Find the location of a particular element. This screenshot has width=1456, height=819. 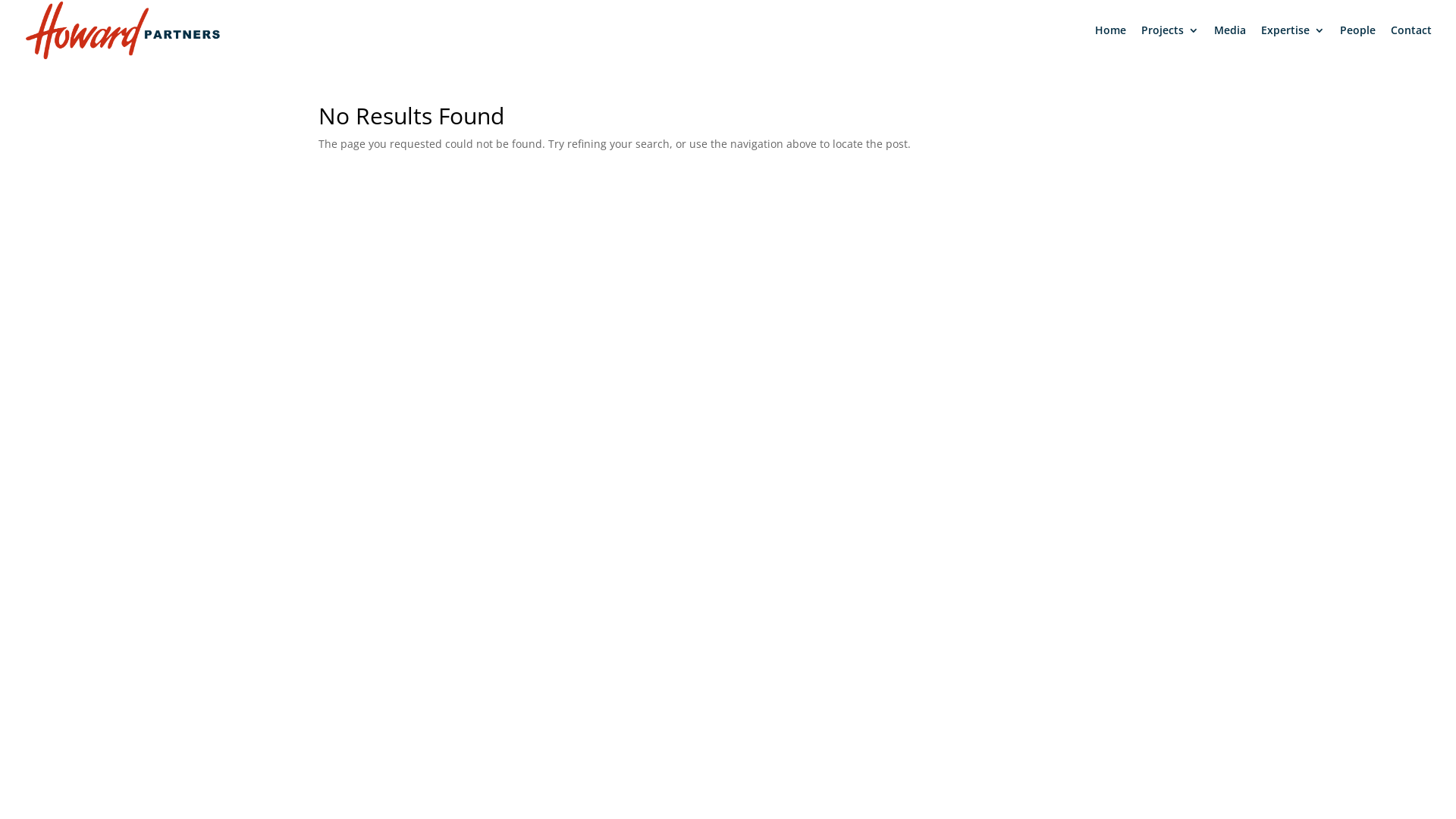

'People' is located at coordinates (1357, 42).